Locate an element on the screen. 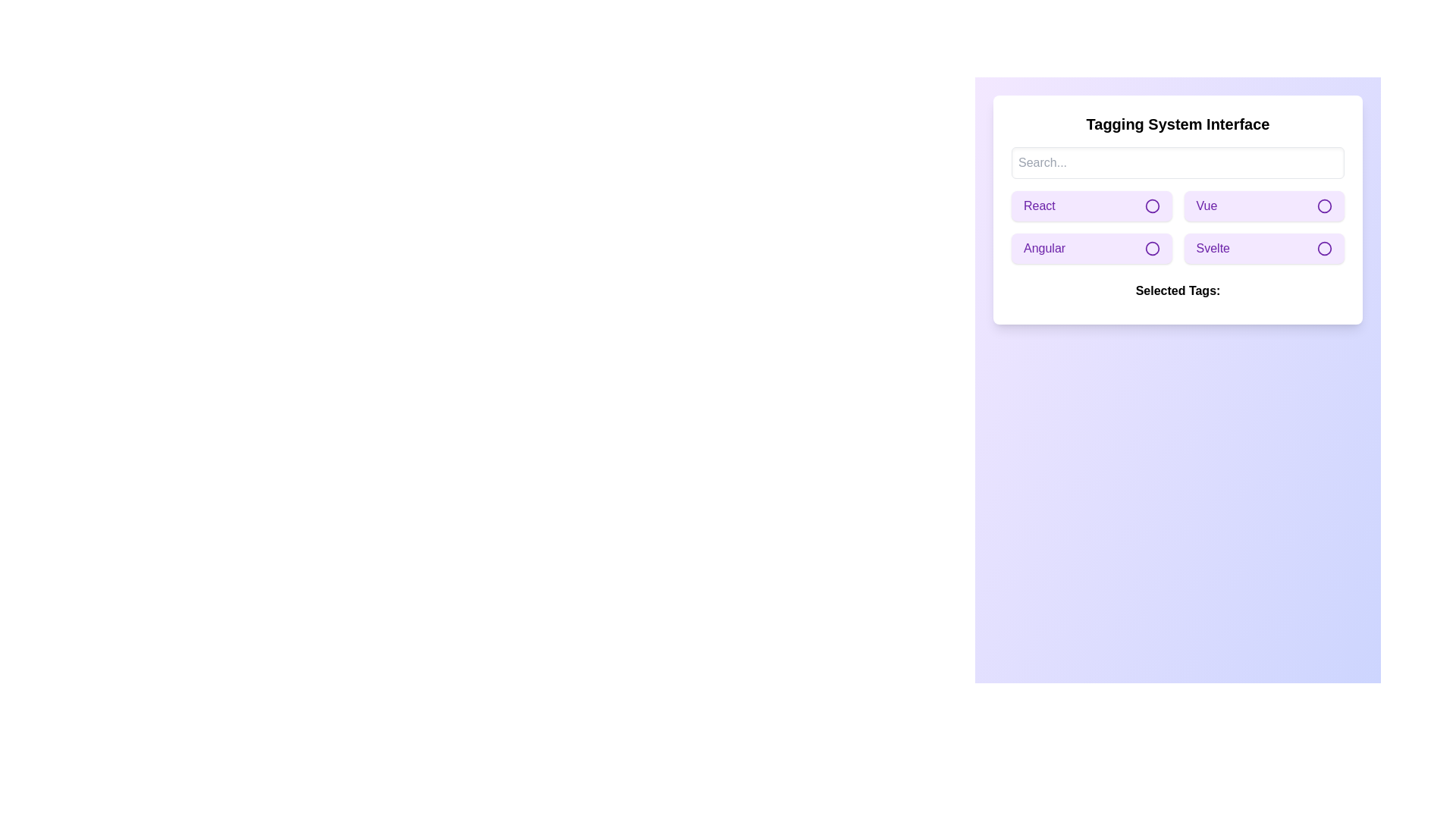  the center of the Circular selection indicator that visually indicates the selection of the tag 'Svelte' in the tagging interface, located in the 'Selected Tags' section is located at coordinates (1324, 247).